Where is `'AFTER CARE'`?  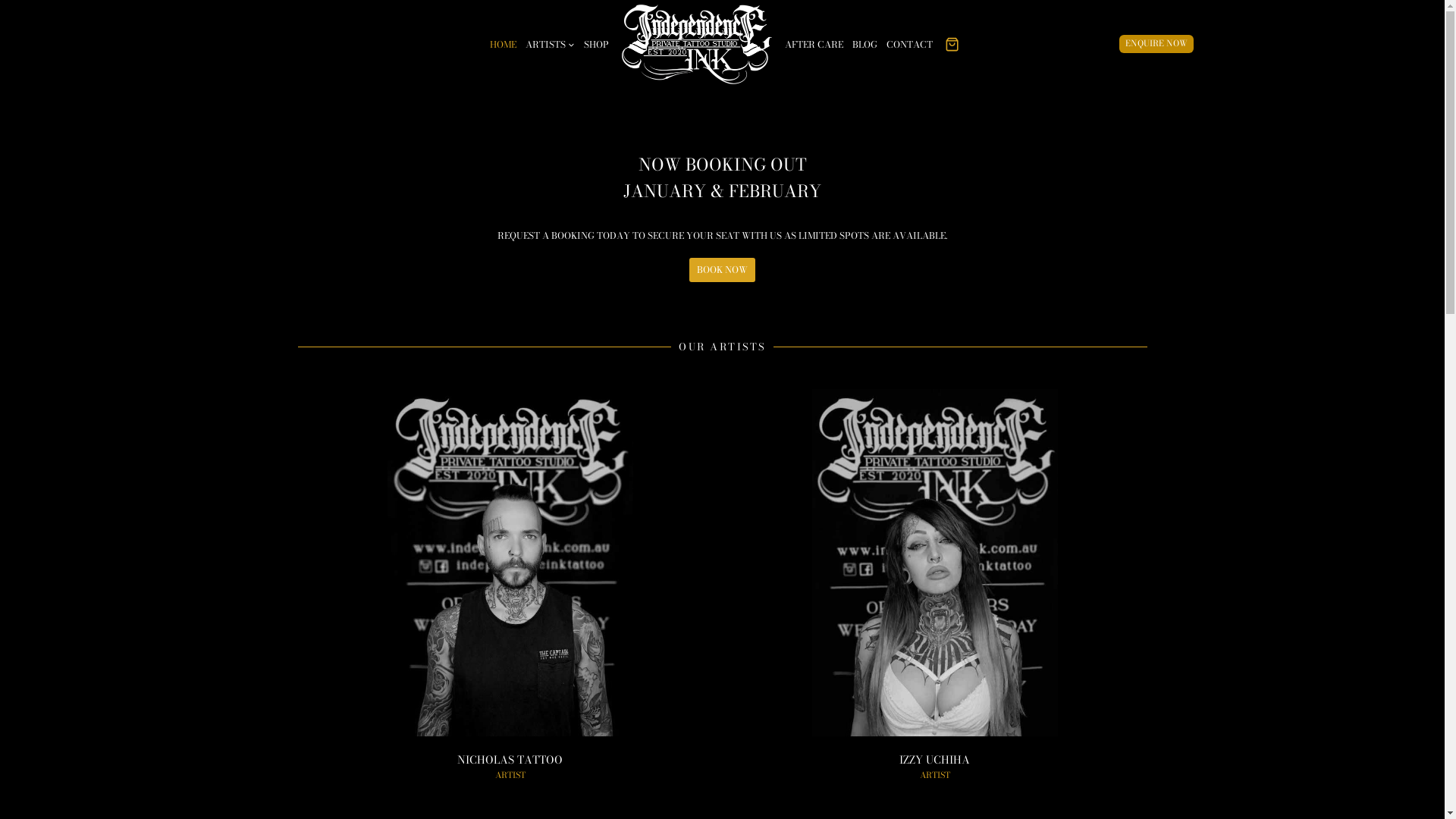
'AFTER CARE' is located at coordinates (813, 42).